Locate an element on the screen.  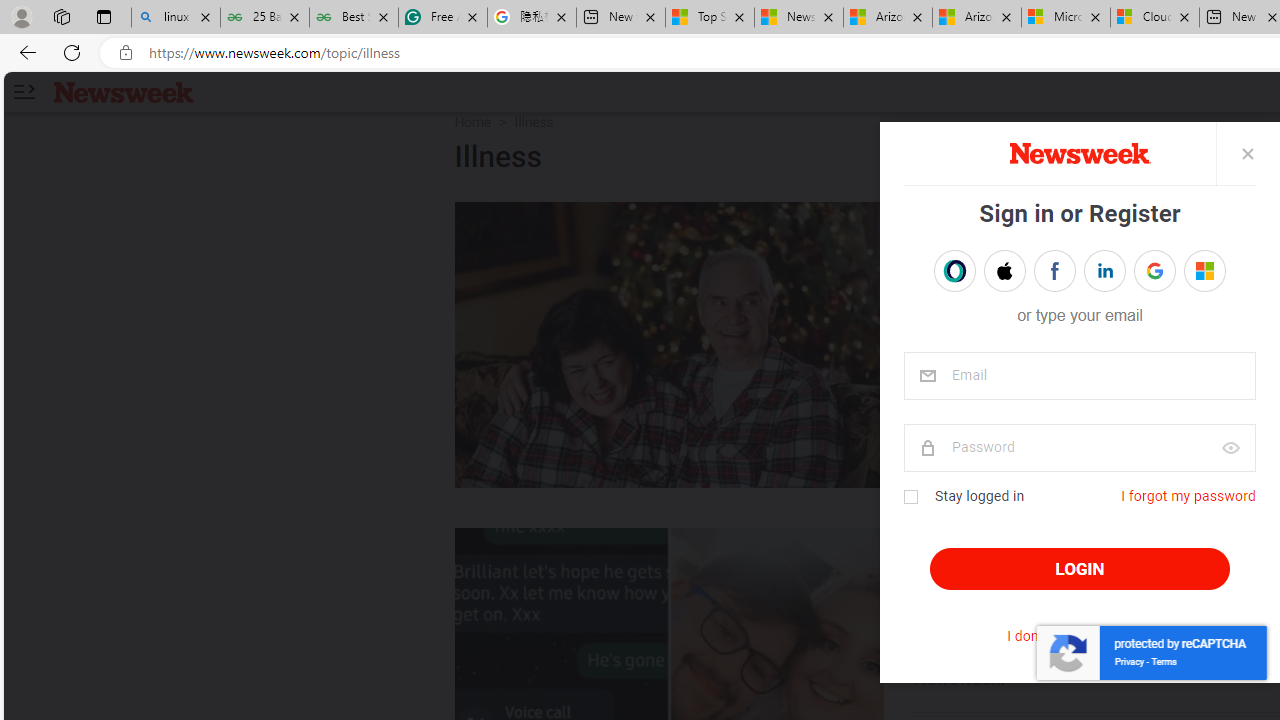
'Sign in with OPENPASS' is located at coordinates (953, 271).